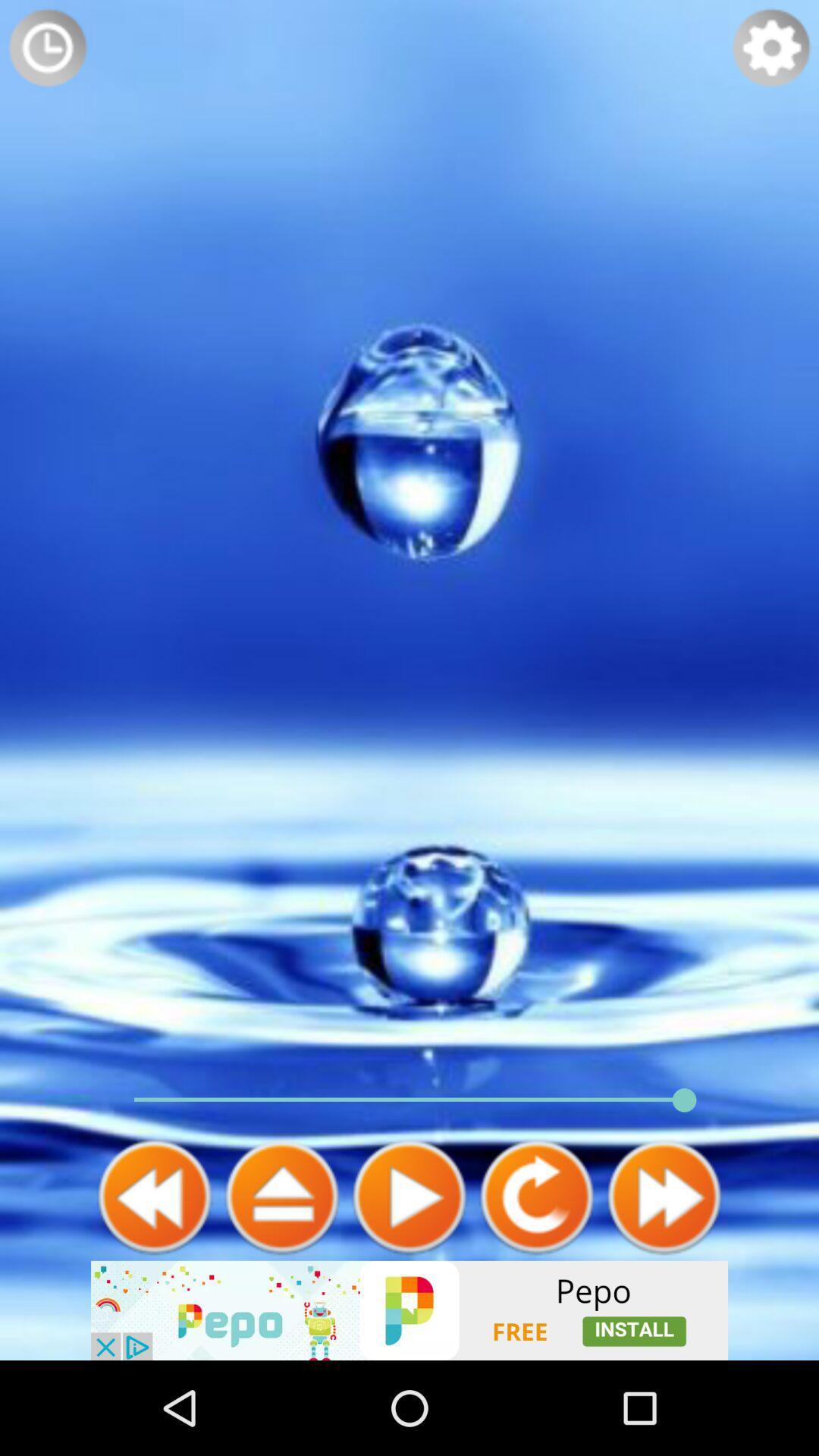 Image resolution: width=819 pixels, height=1456 pixels. I want to click on the time icon, so click(46, 51).